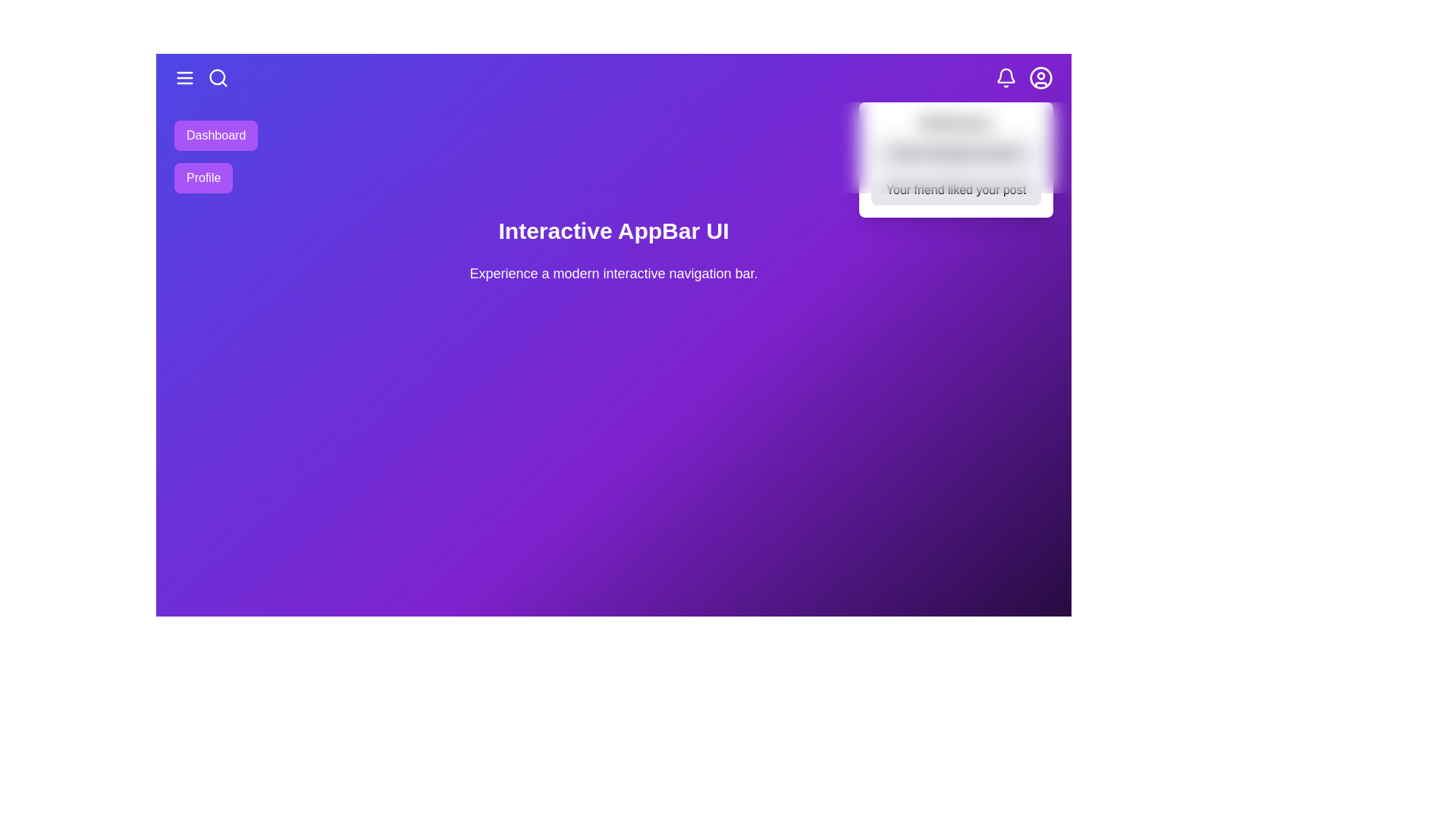  What do you see at coordinates (202, 177) in the screenshot?
I see `the Profile button to navigate to the Profile section` at bounding box center [202, 177].